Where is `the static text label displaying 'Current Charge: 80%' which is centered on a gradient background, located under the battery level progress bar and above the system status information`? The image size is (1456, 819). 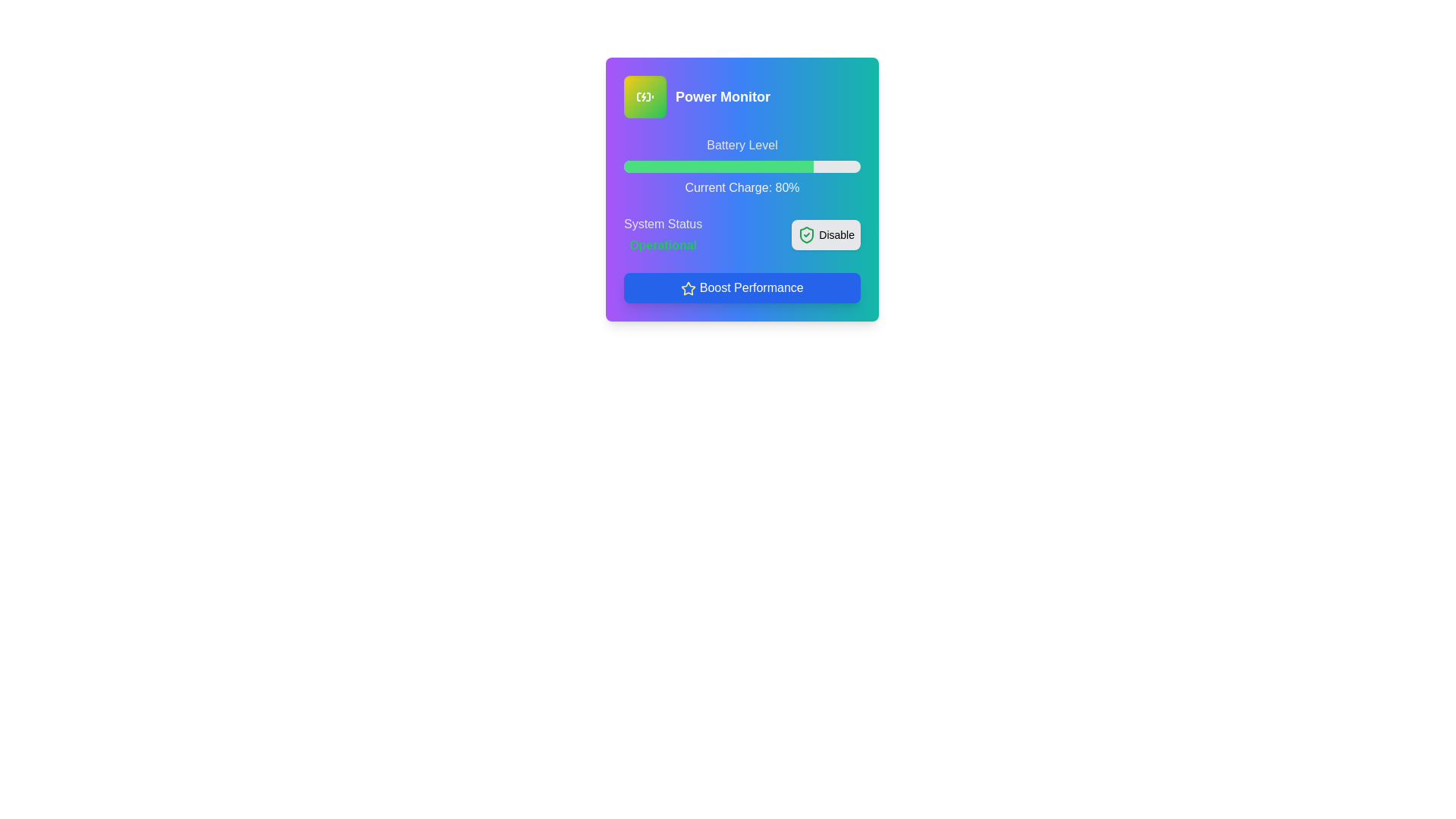 the static text label displaying 'Current Charge: 80%' which is centered on a gradient background, located under the battery level progress bar and above the system status information is located at coordinates (742, 187).